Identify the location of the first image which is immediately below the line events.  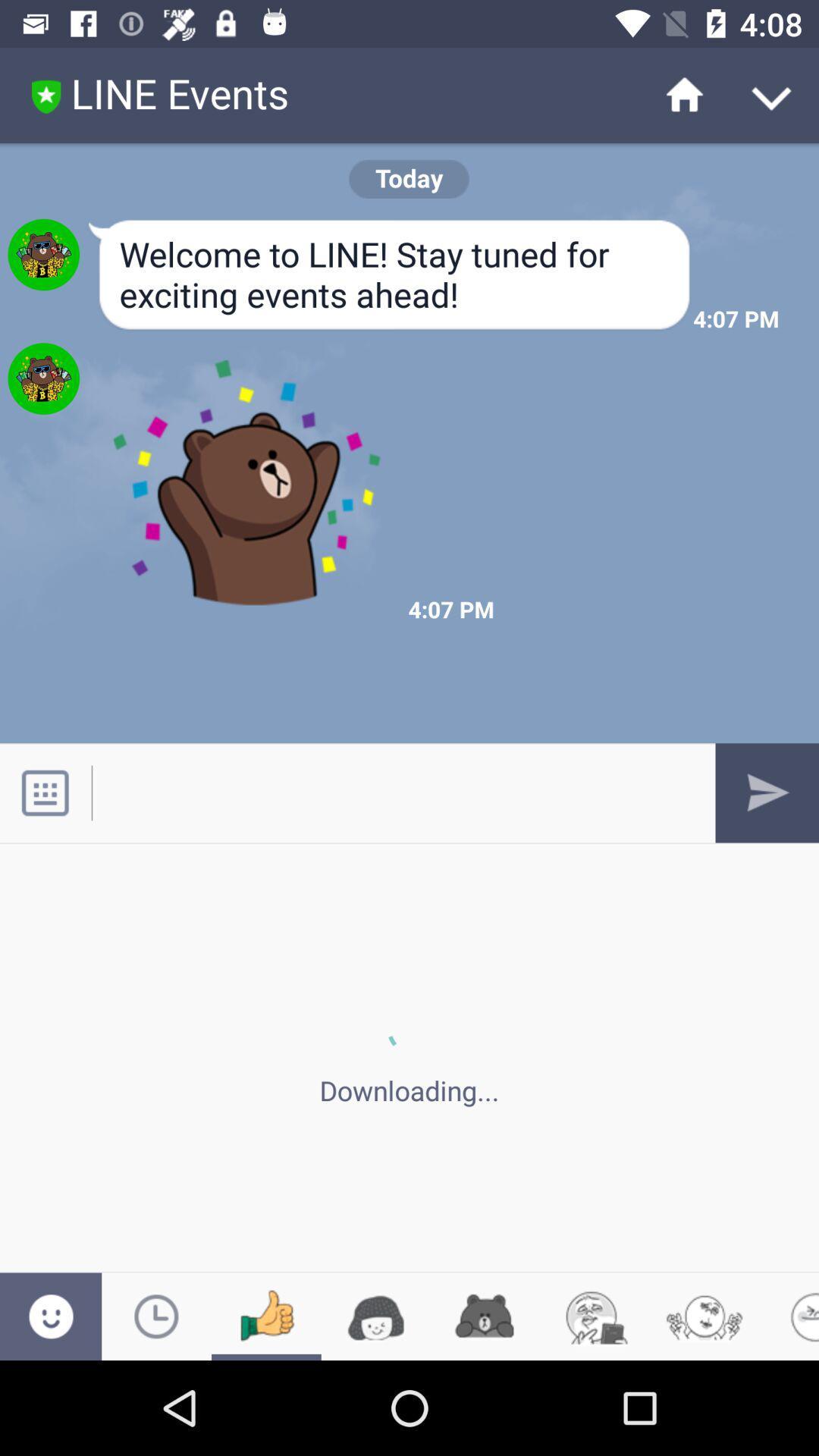
(42, 255).